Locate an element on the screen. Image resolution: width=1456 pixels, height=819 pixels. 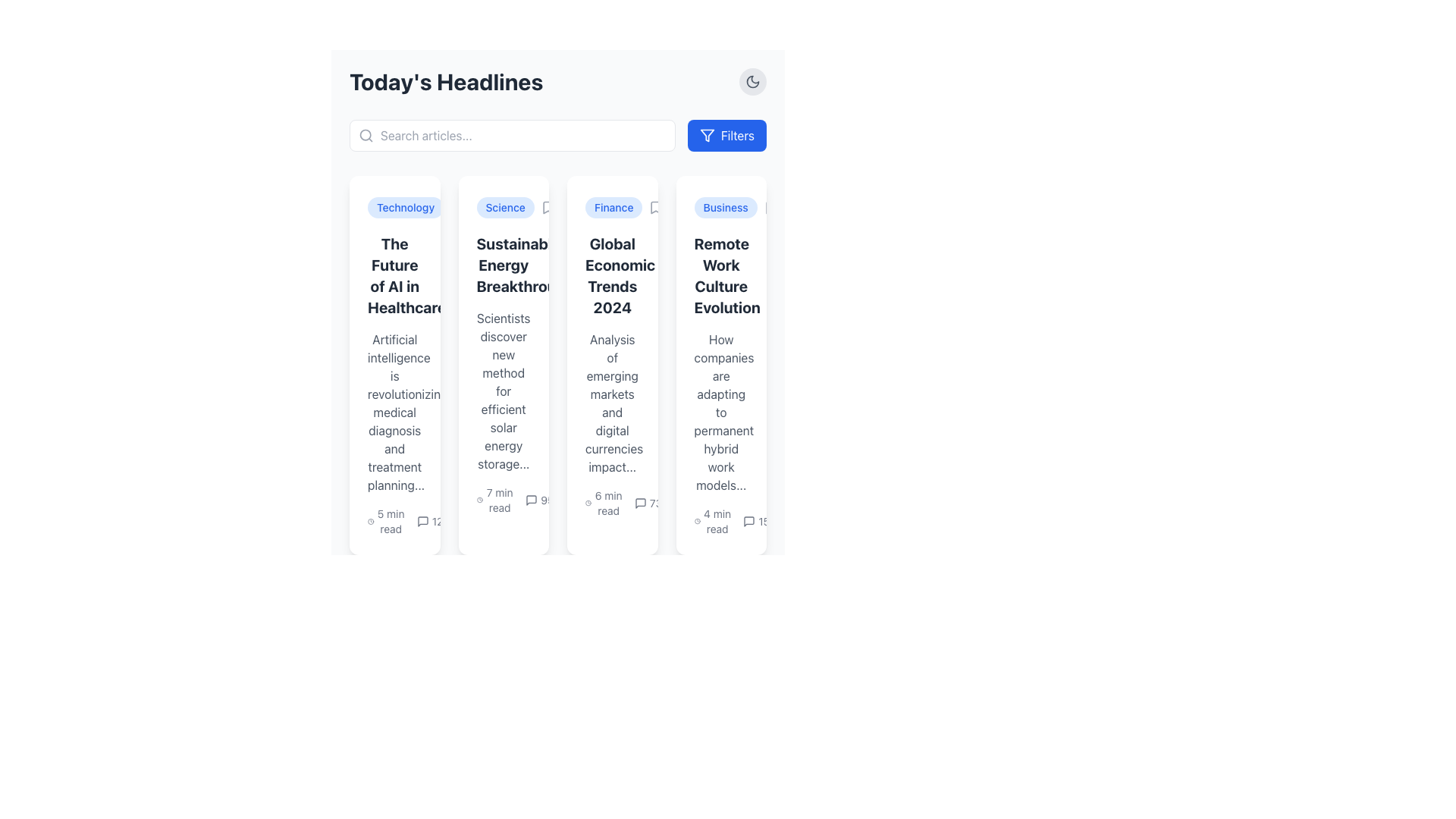
comments counter displayed on the text label located in the lower-right corner of the article card 'The Future of AI in Healthcare' is located at coordinates (432, 520).